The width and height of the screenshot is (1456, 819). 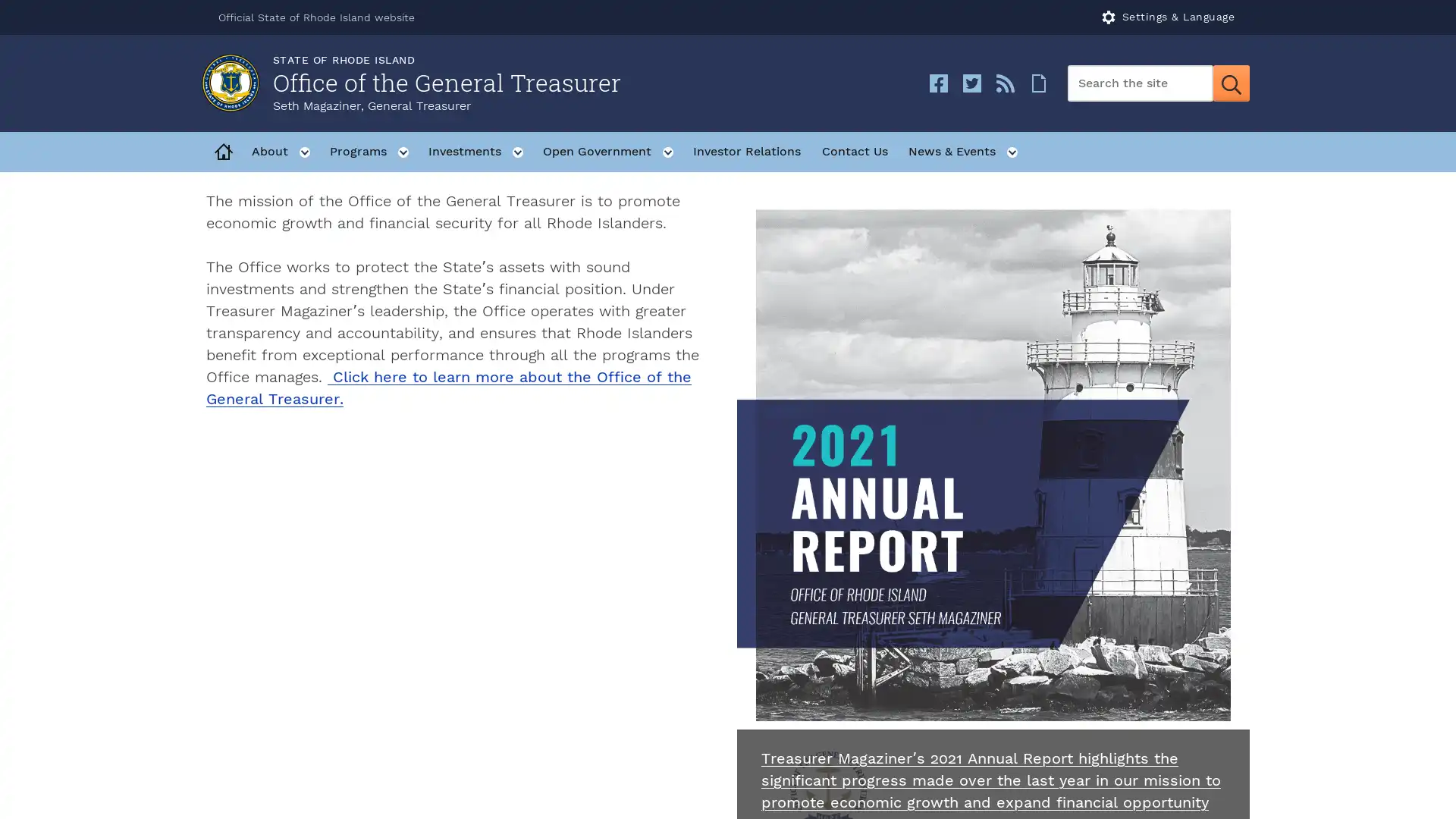 What do you see at coordinates (1231, 83) in the screenshot?
I see `Submit` at bounding box center [1231, 83].